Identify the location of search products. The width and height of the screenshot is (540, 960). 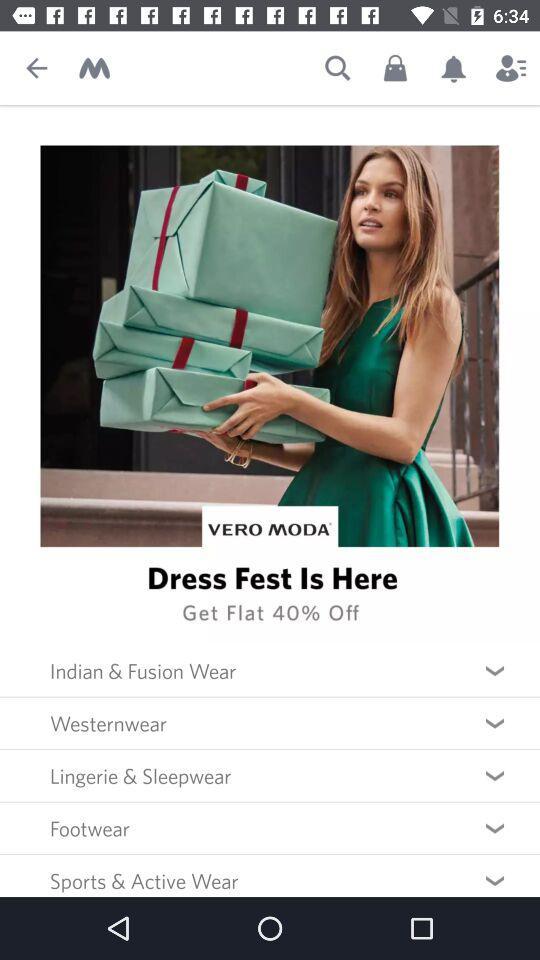
(337, 68).